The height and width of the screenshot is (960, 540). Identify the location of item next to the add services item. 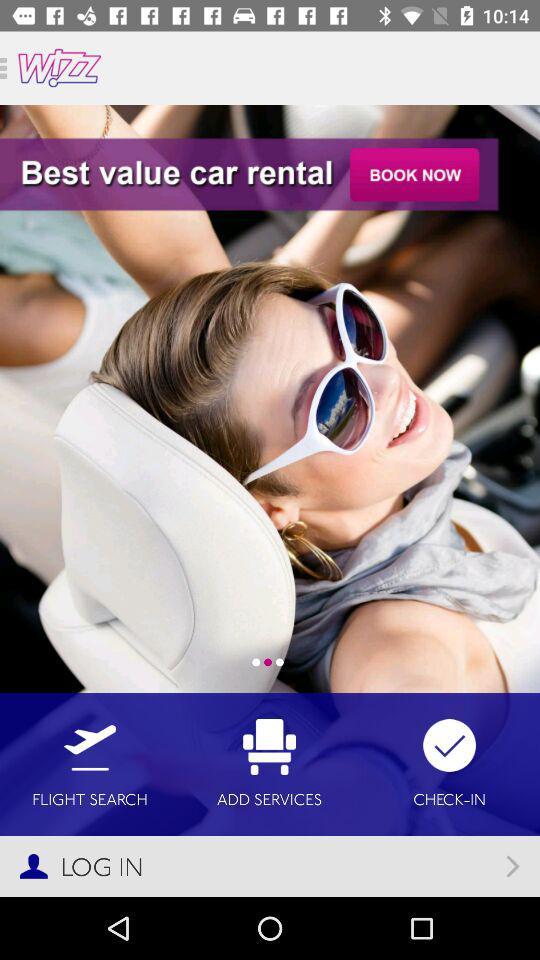
(89, 763).